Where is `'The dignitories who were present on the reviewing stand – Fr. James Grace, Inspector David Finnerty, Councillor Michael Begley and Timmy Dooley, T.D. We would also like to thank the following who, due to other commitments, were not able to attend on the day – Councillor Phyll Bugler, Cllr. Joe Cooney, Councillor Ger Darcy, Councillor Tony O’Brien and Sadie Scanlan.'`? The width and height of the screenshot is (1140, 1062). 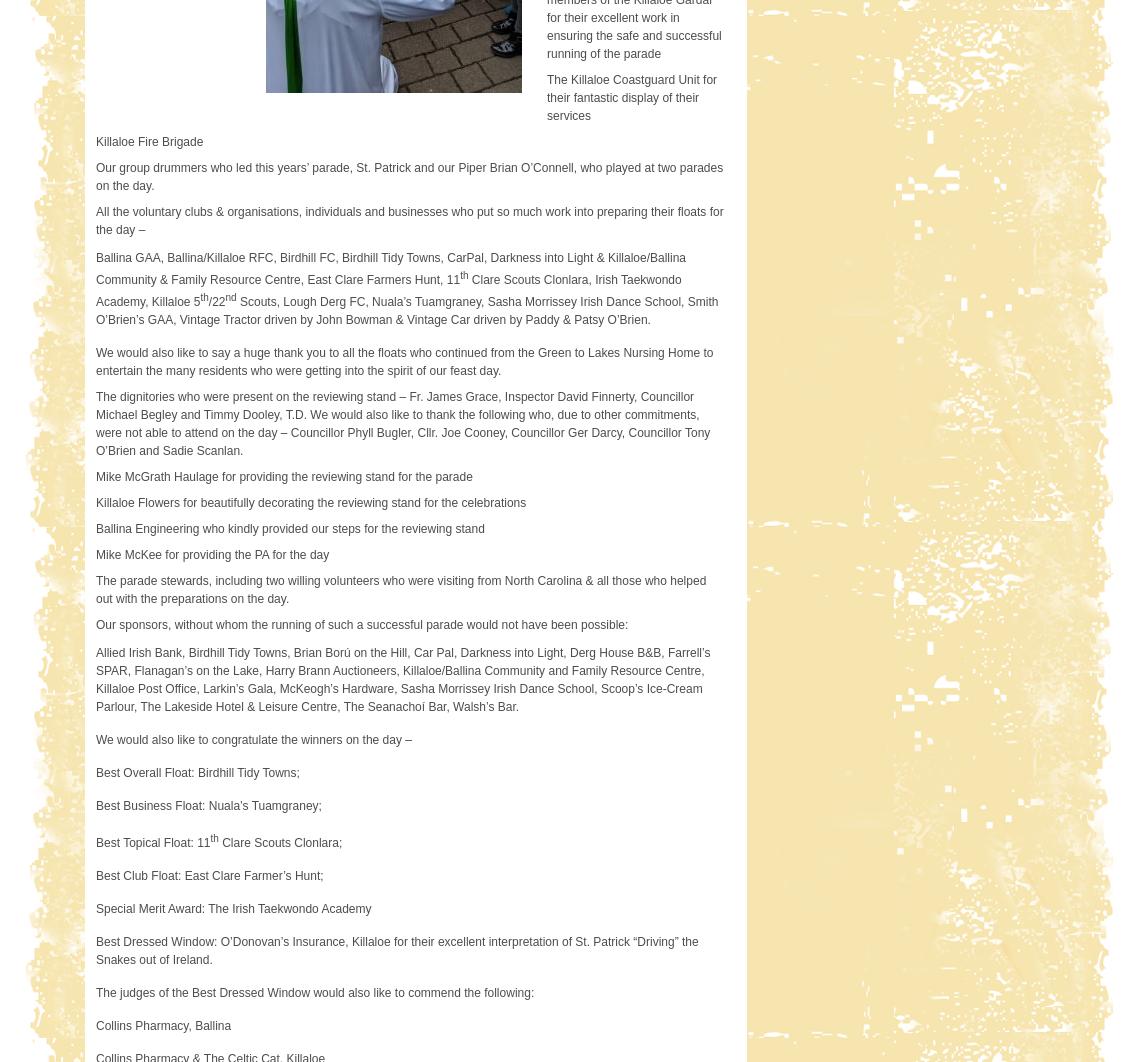
'The dignitories who were present on the reviewing stand – Fr. James Grace, Inspector David Finnerty, Councillor Michael Begley and Timmy Dooley, T.D. We would also like to thank the following who, due to other commitments, were not able to attend on the day – Councillor Phyll Bugler, Cllr. Joe Cooney, Councillor Ger Darcy, Councillor Tony O’Brien and Sadie Scanlan.' is located at coordinates (401, 421).